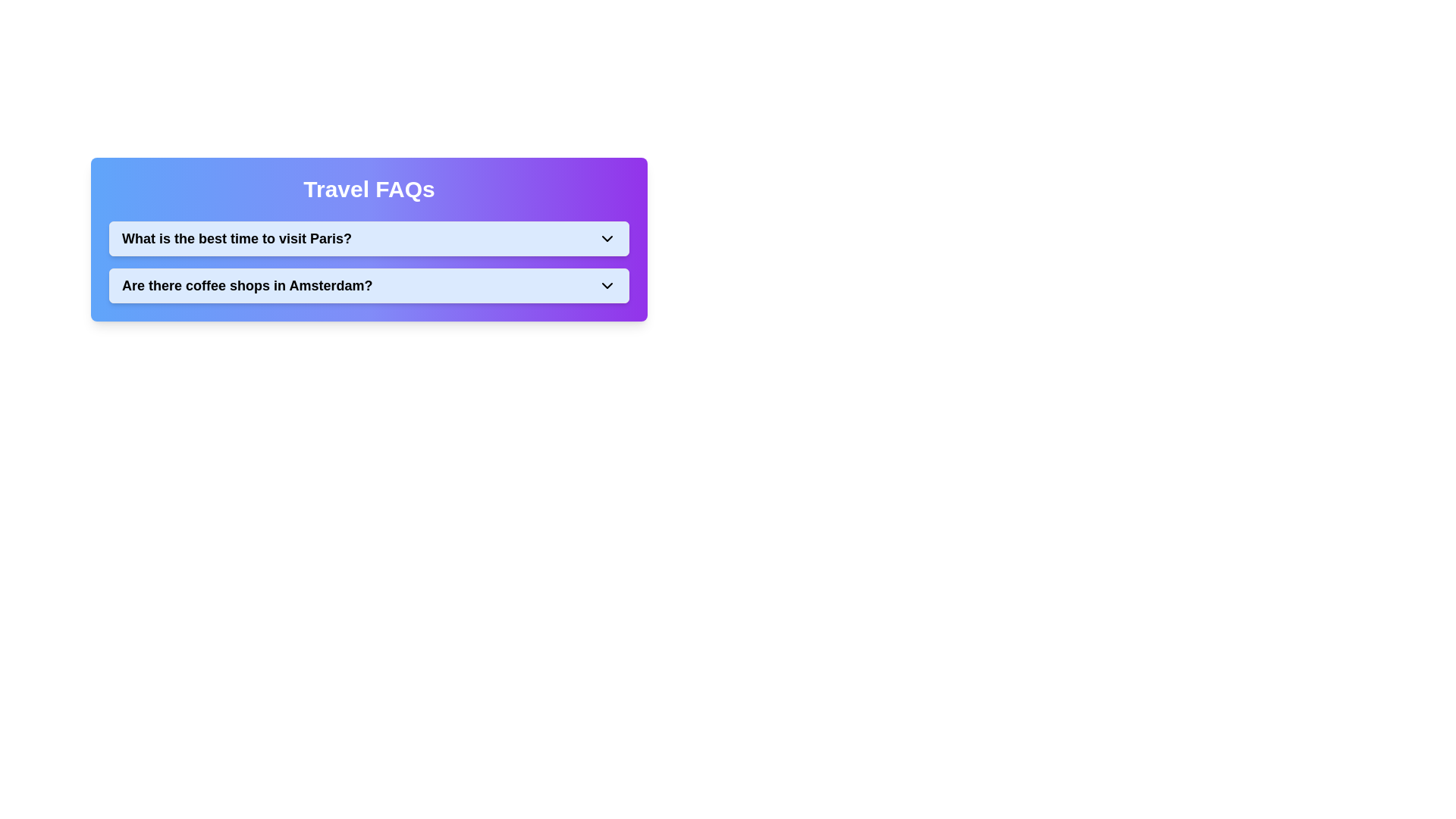 The width and height of the screenshot is (1456, 819). I want to click on the light blue rectangular dropdown menu button labeled 'What is the best time to visit Paris?', so click(369, 239).